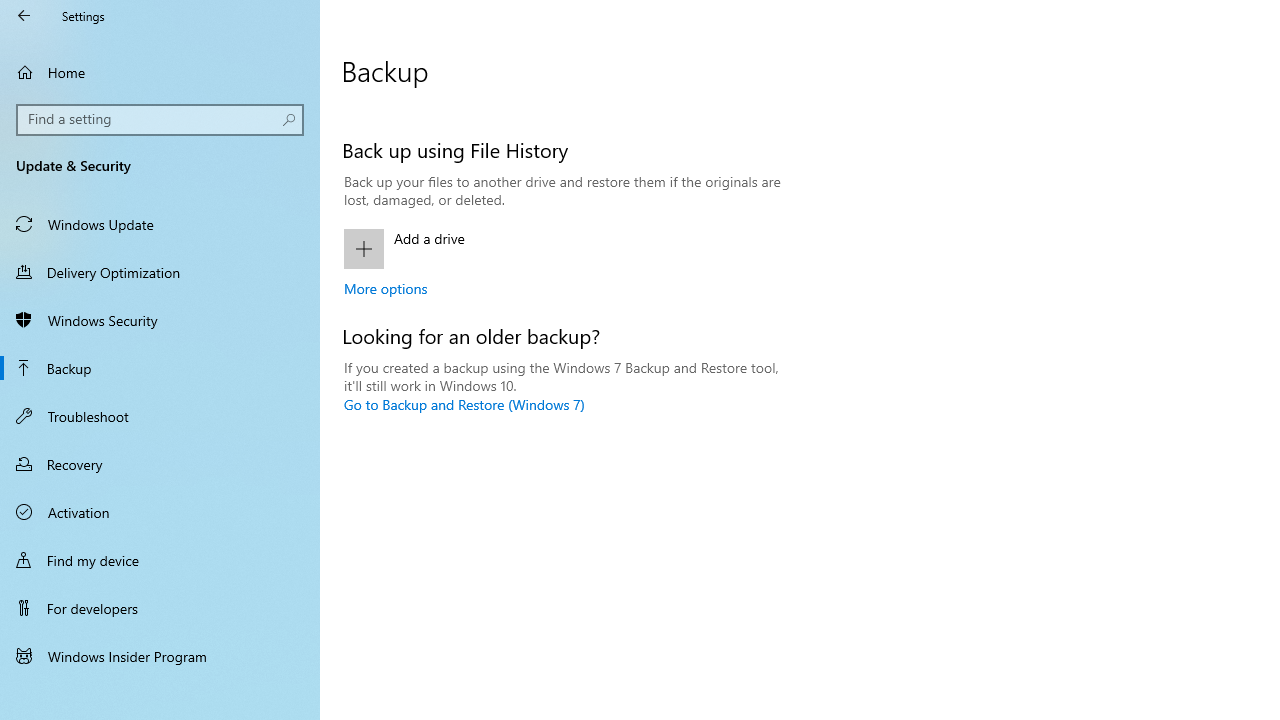 The height and width of the screenshot is (720, 1280). I want to click on 'Search box, Find a setting', so click(160, 119).